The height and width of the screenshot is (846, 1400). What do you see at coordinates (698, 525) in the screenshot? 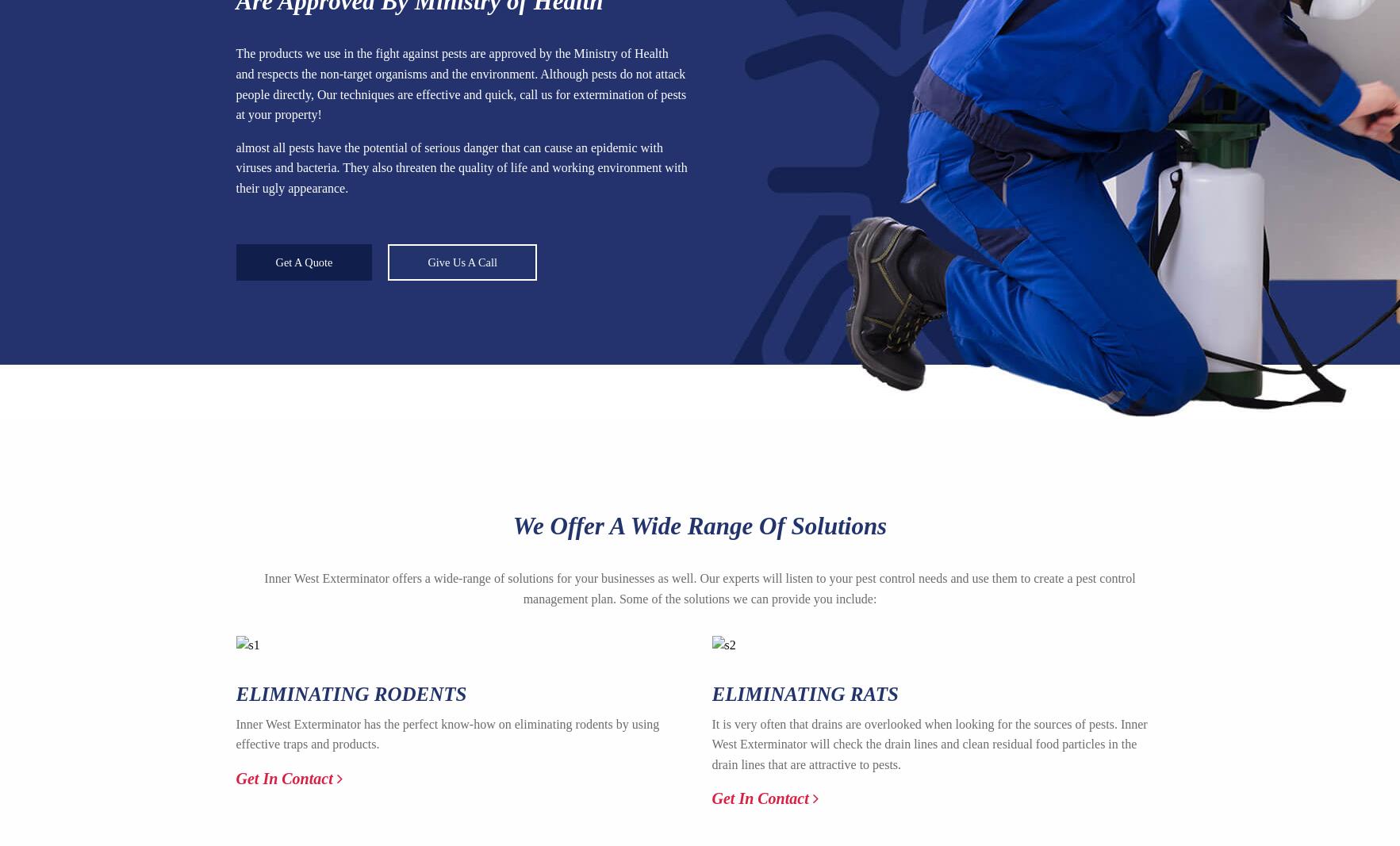
I see `'We Offer A Wide Range Of Solutions'` at bounding box center [698, 525].